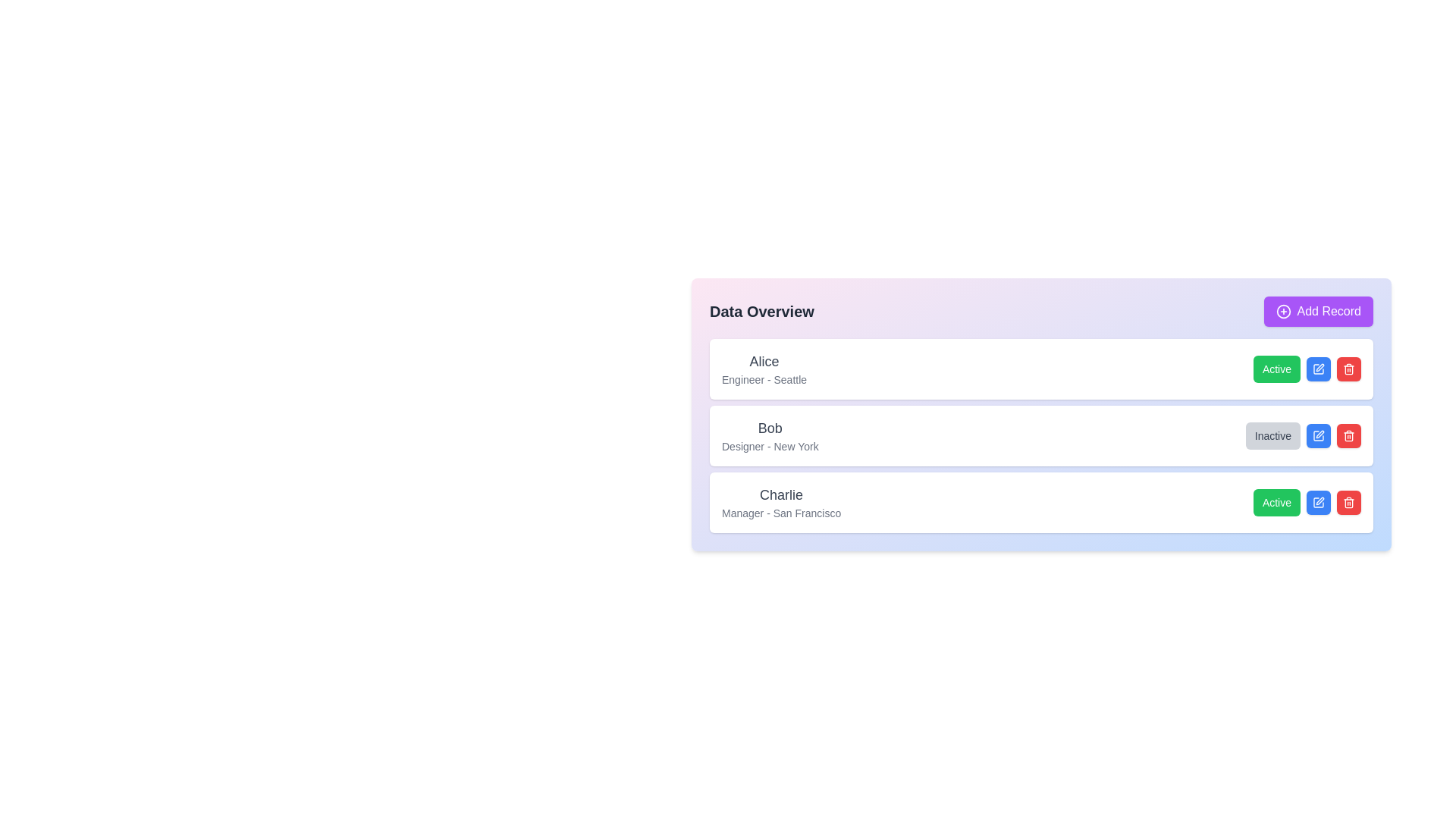  Describe the element at coordinates (1276, 369) in the screenshot. I see `the 'Active' button, which is a rectangular button with white text on a green background located in the top row adjacent to 'Edit' and 'Delete' buttons for the user 'Bob'` at that location.